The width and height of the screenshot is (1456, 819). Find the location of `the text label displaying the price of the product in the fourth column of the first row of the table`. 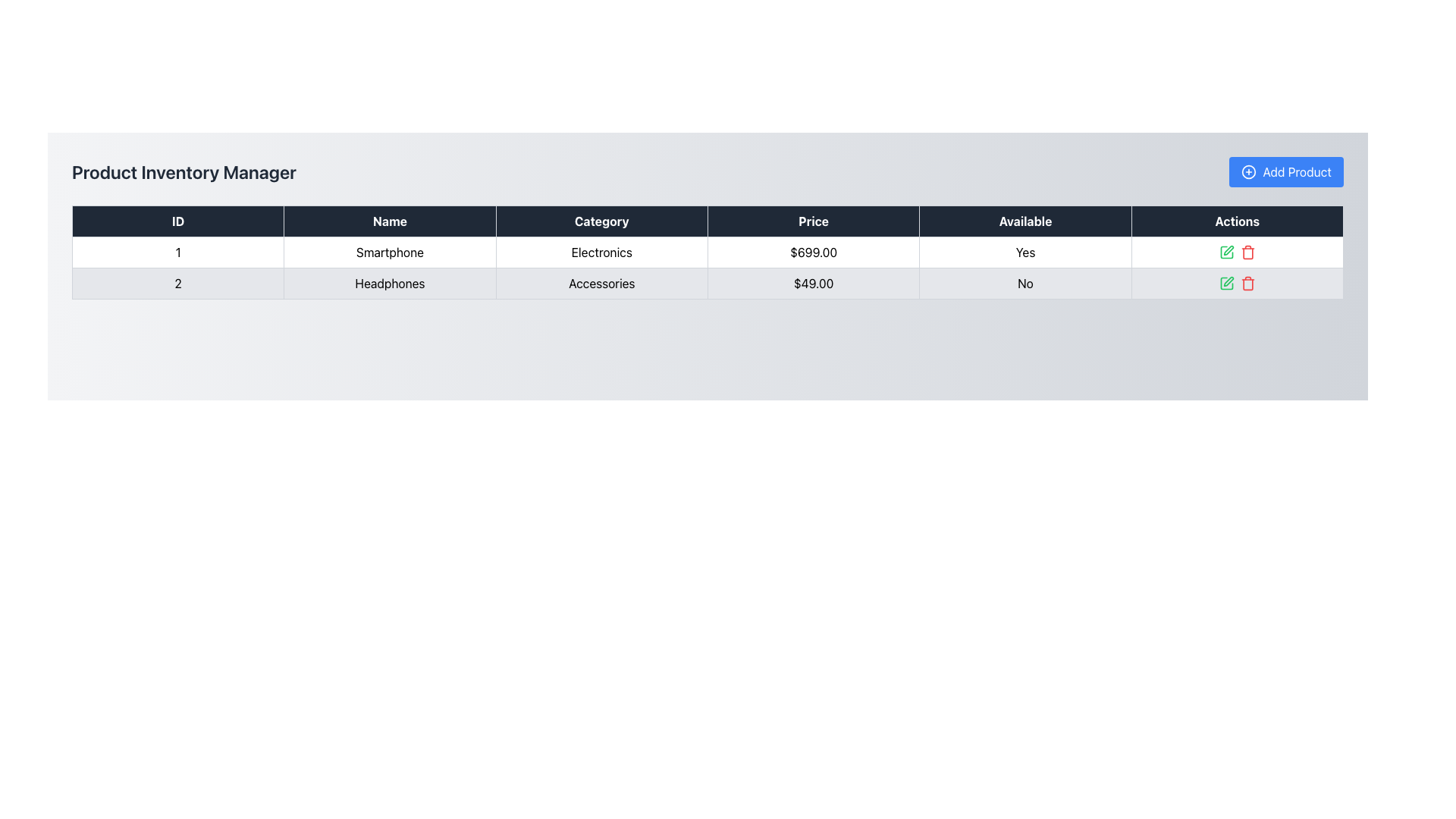

the text label displaying the price of the product in the fourth column of the first row of the table is located at coordinates (813, 251).